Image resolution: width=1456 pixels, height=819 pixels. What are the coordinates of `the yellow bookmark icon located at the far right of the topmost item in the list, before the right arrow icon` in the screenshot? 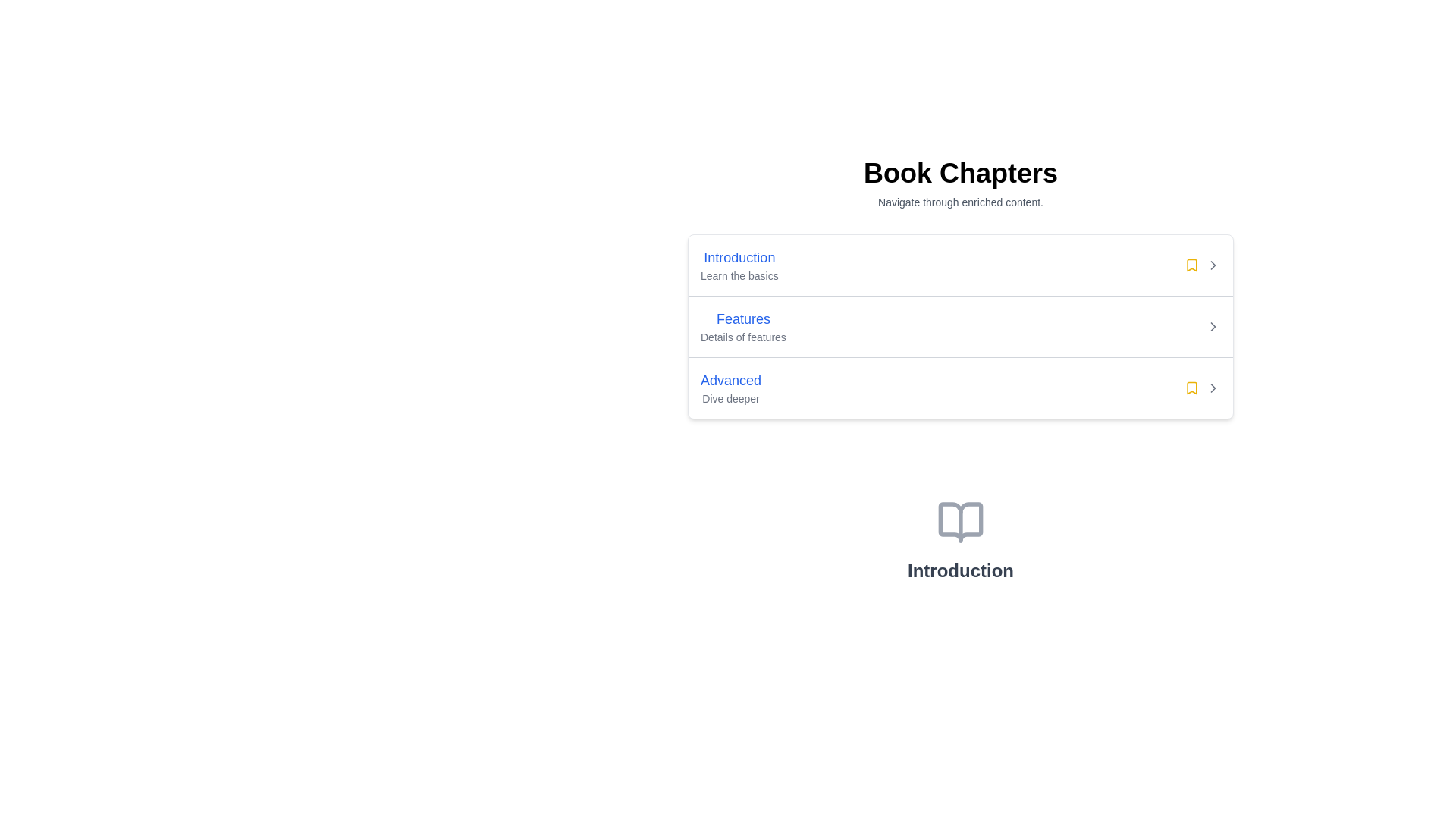 It's located at (1191, 388).